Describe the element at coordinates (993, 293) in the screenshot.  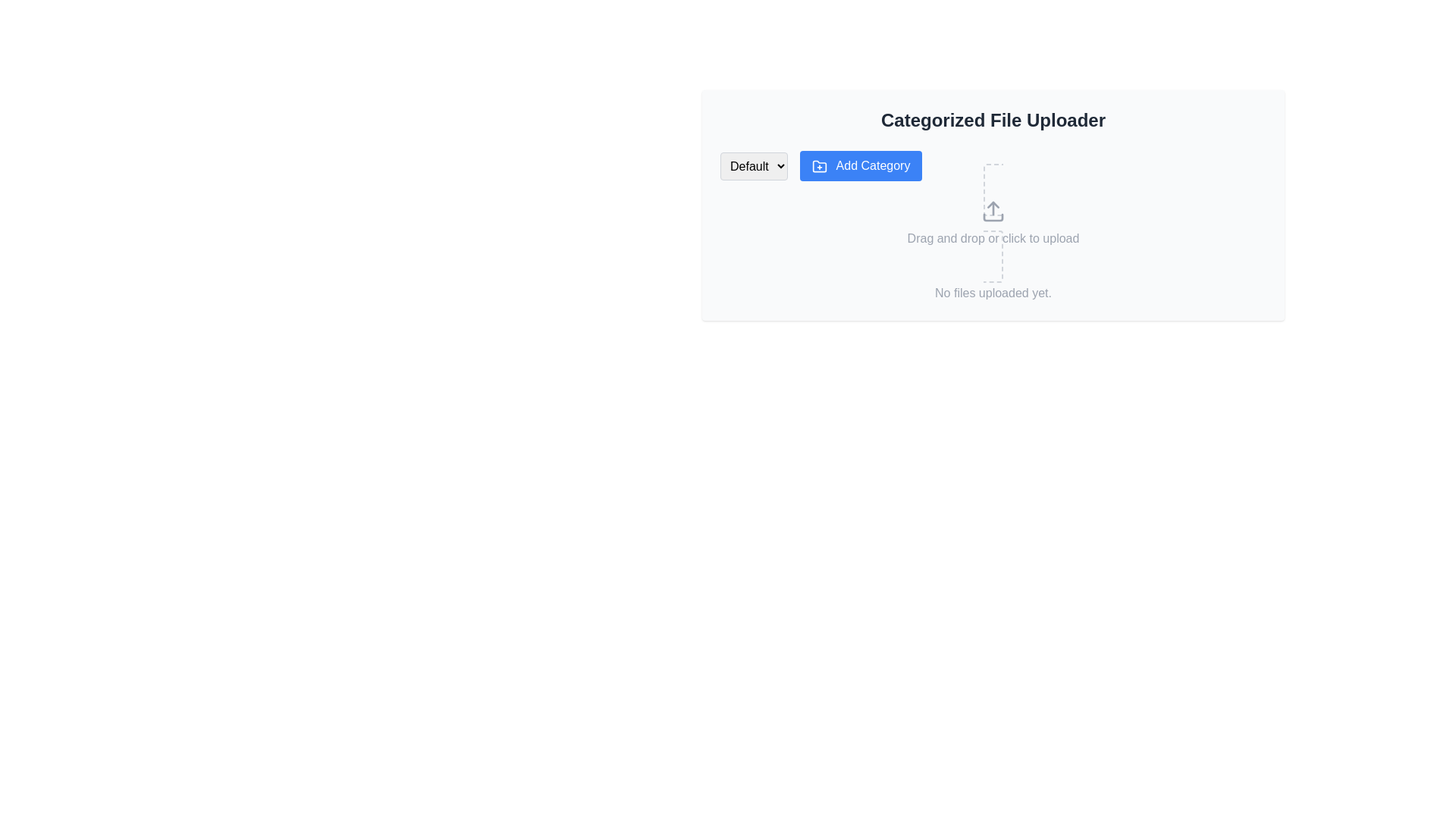
I see `text message 'No files uploaded yet.' displayed in light gray font at the bottom of the file uploader panel` at that location.